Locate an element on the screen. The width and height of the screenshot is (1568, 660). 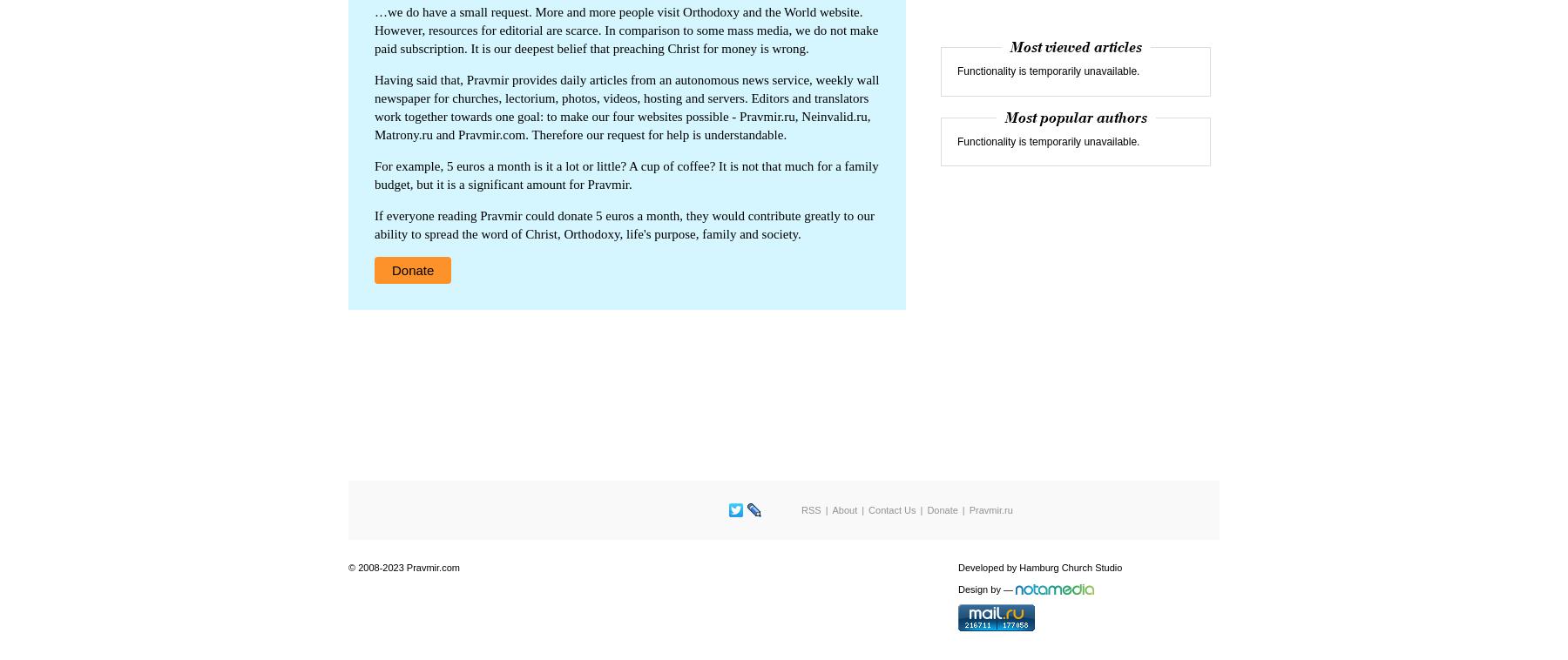
'Most viewed articles' is located at coordinates (1074, 47).